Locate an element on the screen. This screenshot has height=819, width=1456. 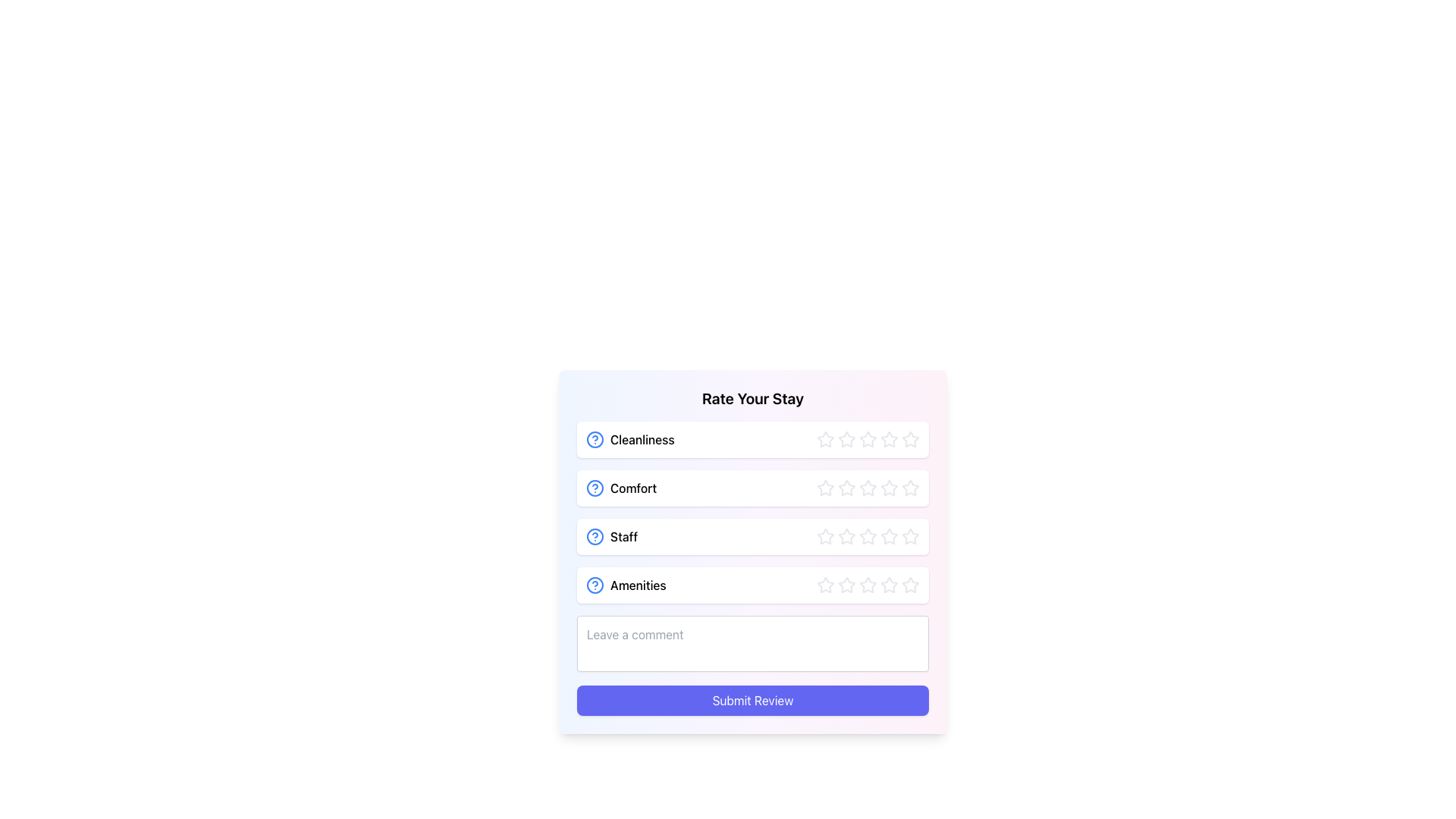
the circular icon with a blue border and question mark design, located to the left of the 'Comfort' label in the second row of the form is located at coordinates (595, 488).